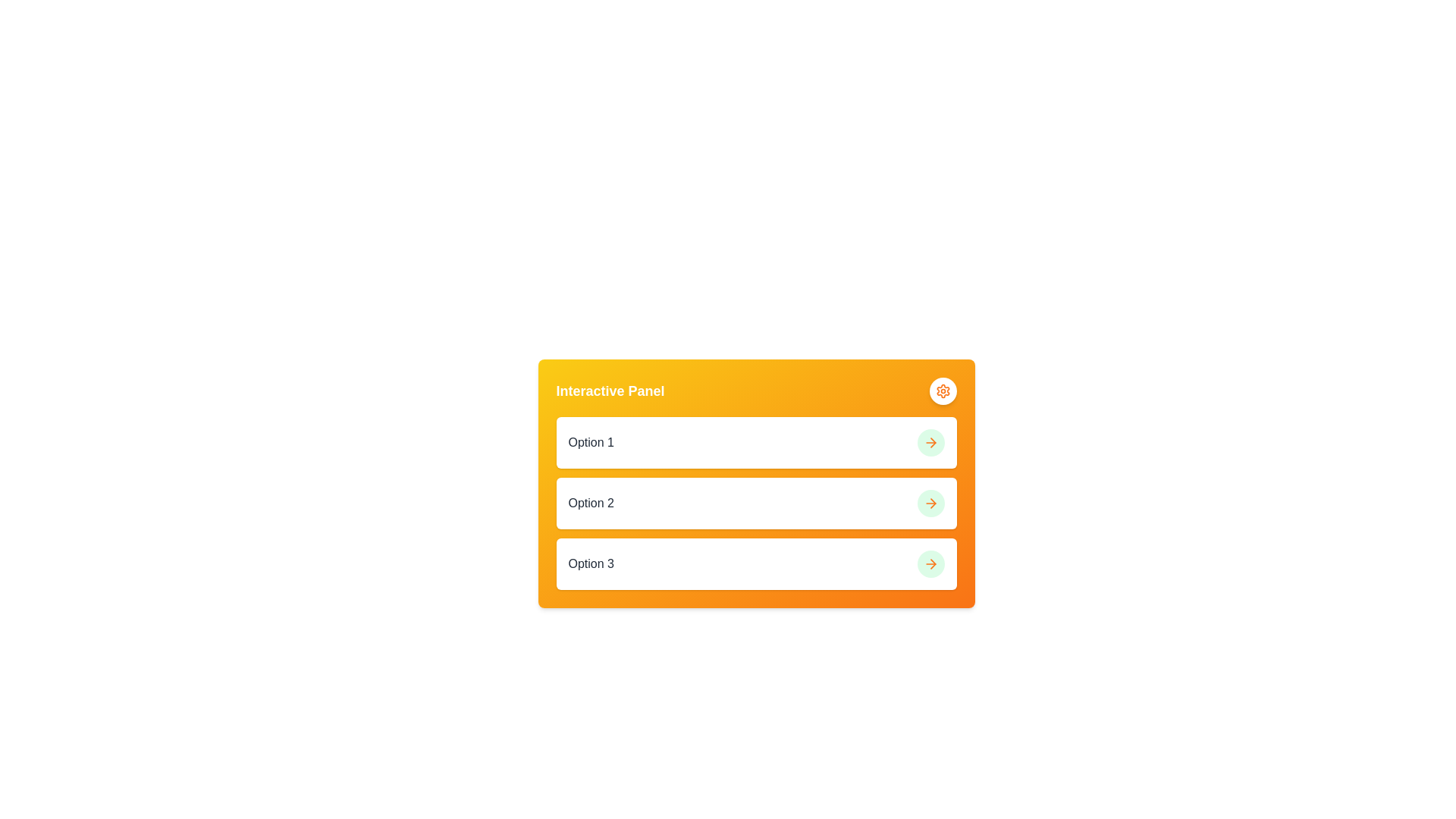 The width and height of the screenshot is (1456, 819). I want to click on the circular green button with an orange arrow icon on the right side of the 'Option 1' row, so click(930, 442).